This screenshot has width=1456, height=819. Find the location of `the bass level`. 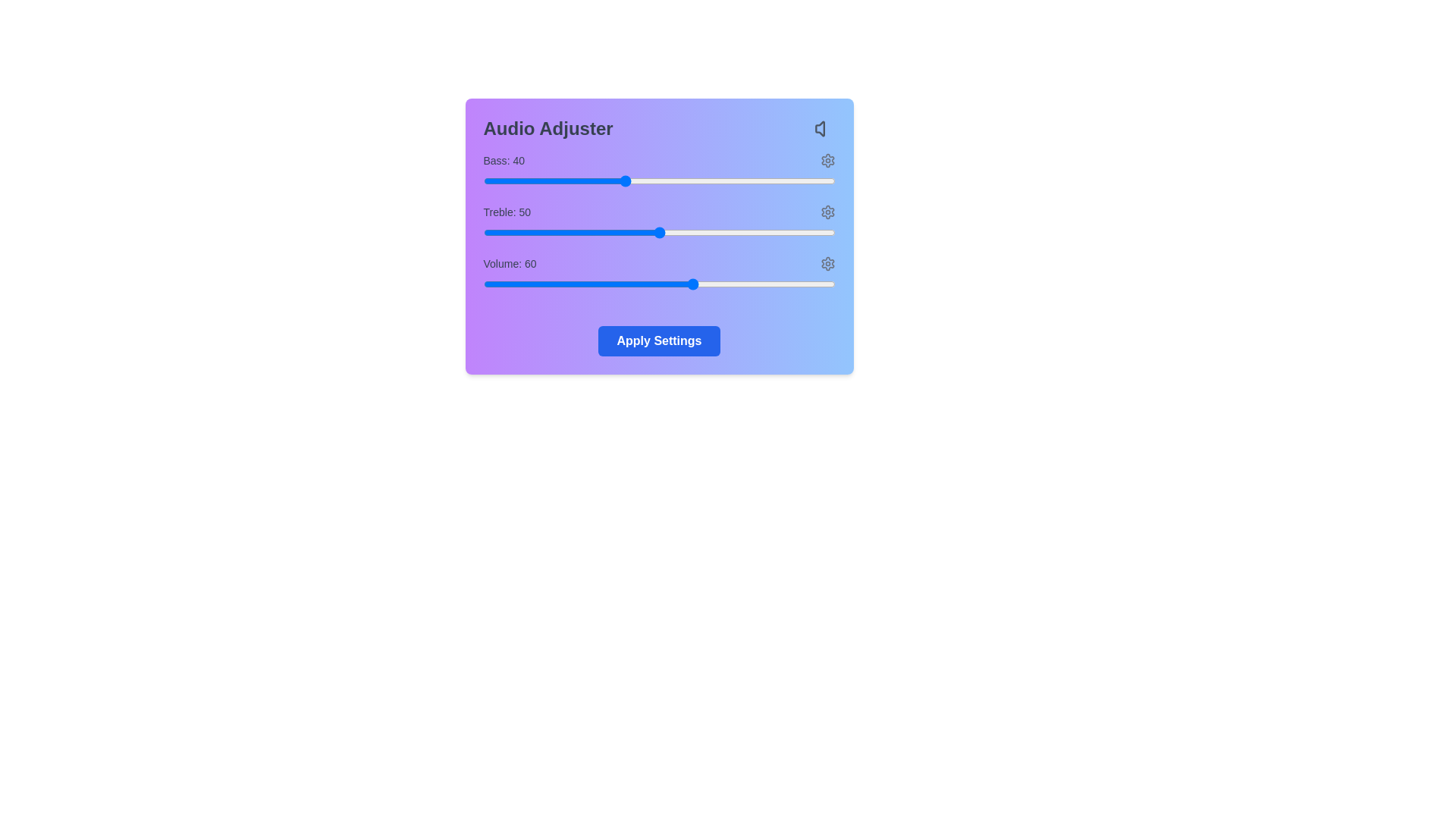

the bass level is located at coordinates (504, 180).